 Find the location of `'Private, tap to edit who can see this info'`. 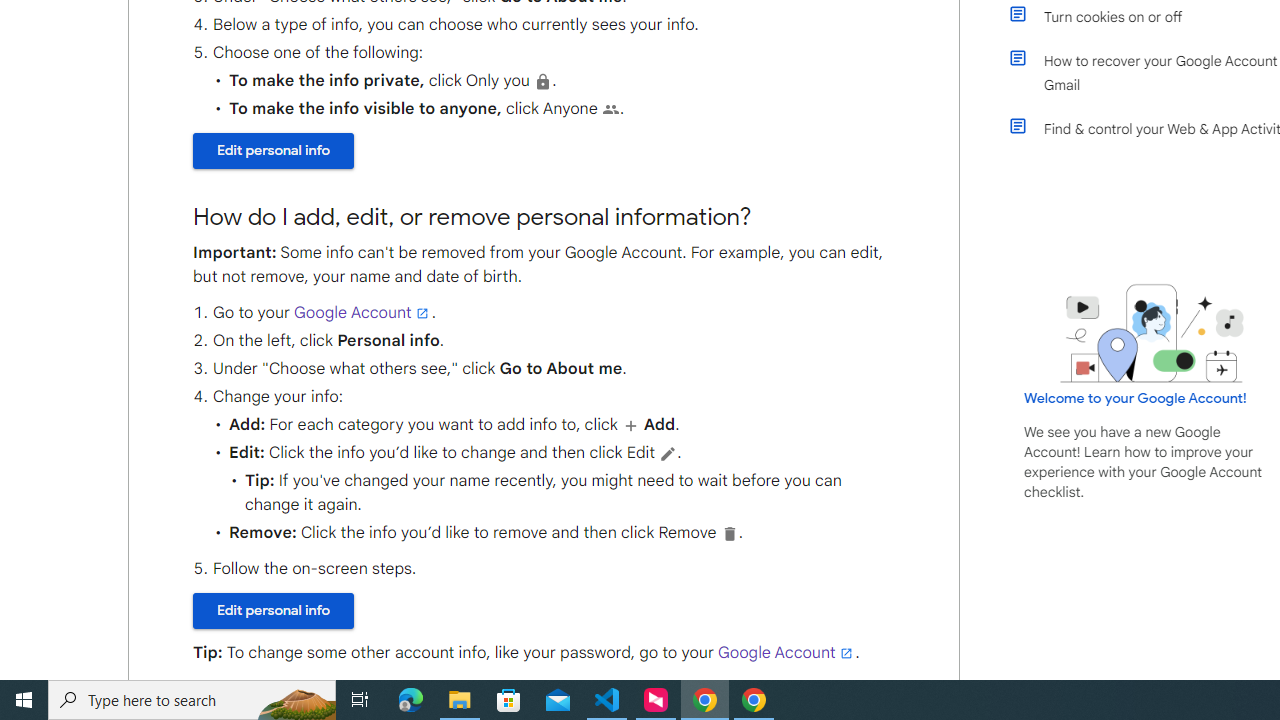

'Private, tap to edit who can see this info' is located at coordinates (543, 80).